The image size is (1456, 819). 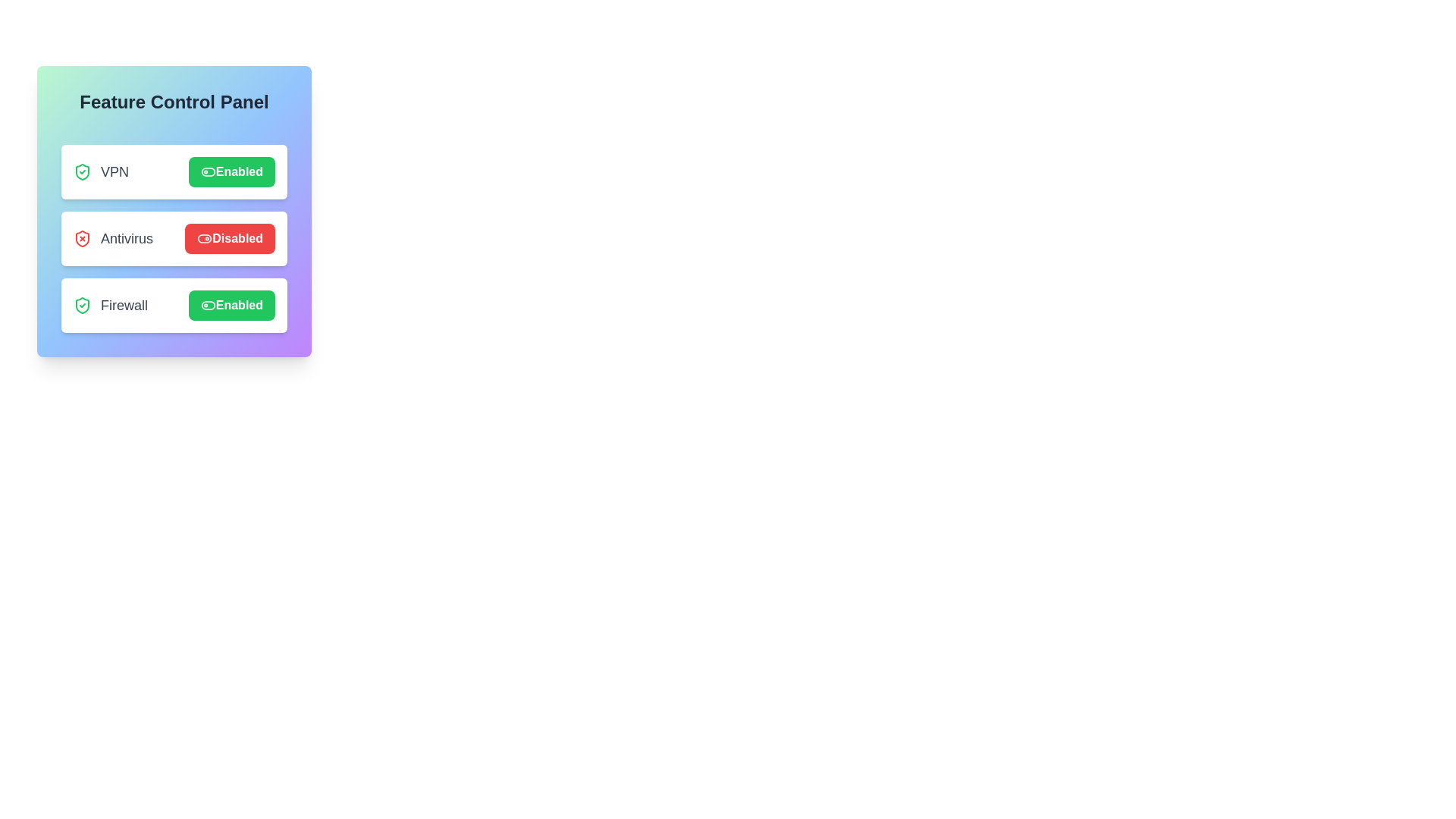 What do you see at coordinates (100, 171) in the screenshot?
I see `the feature name VPN to interact with it` at bounding box center [100, 171].